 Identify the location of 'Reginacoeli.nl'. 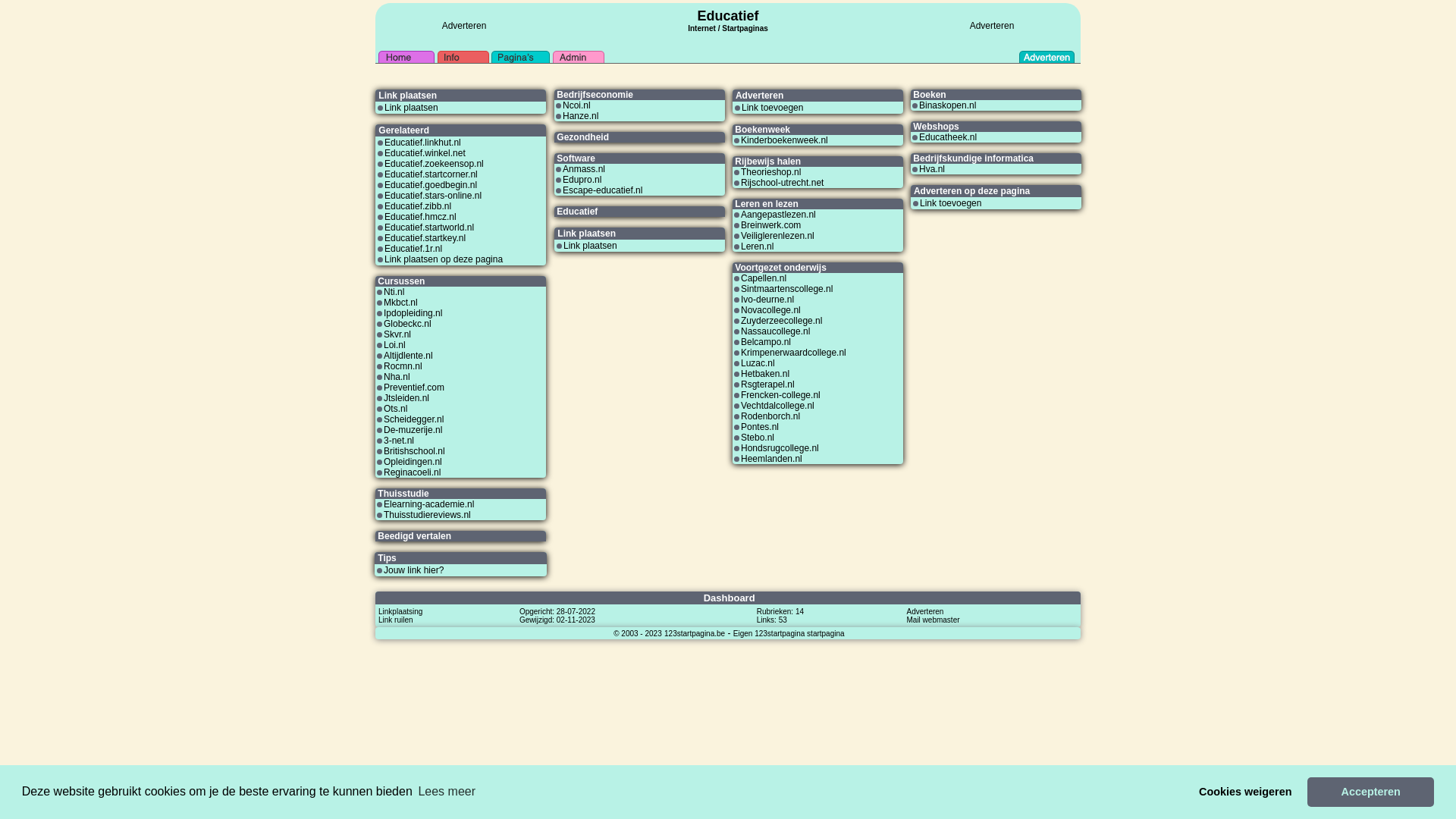
(412, 472).